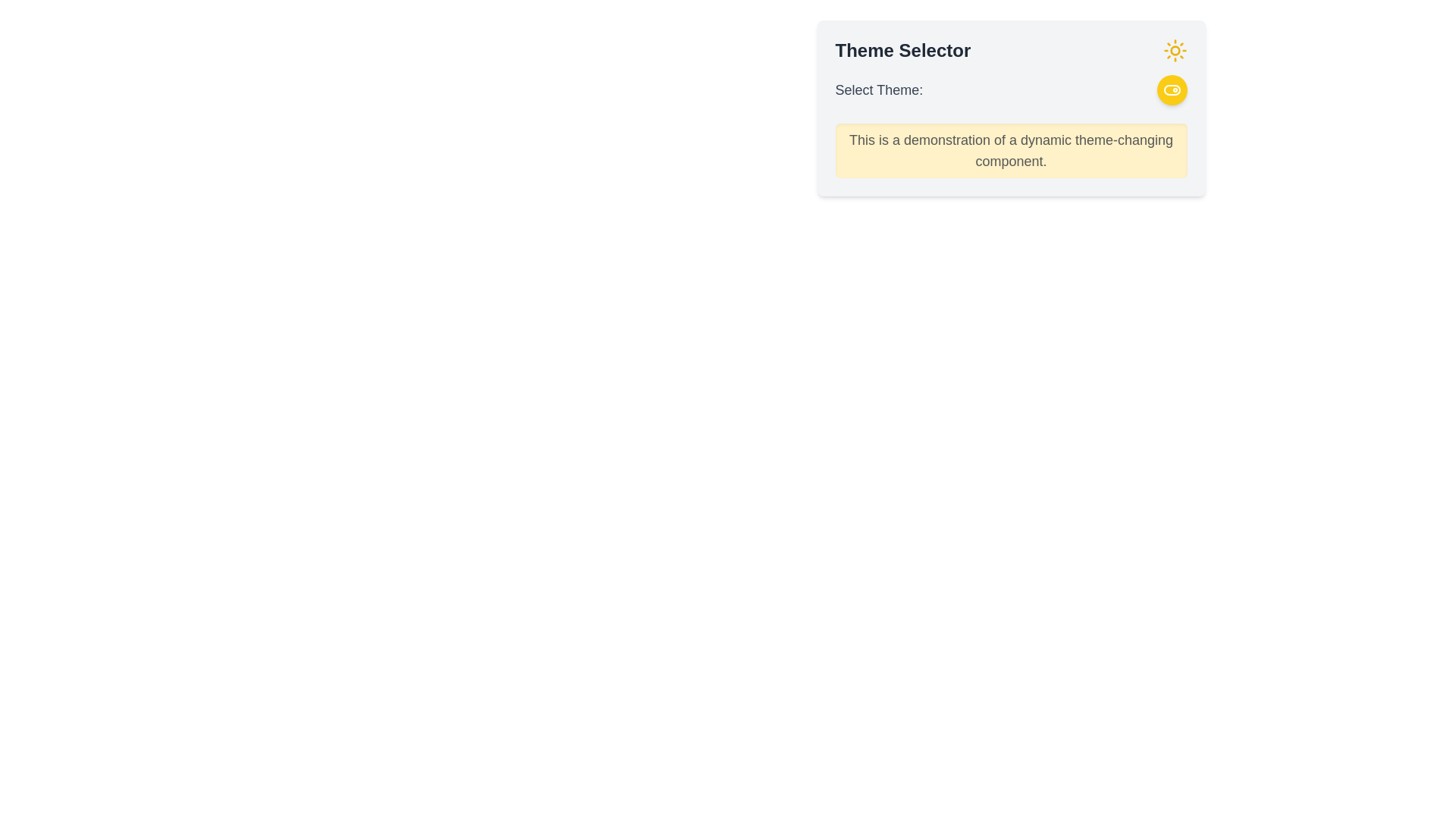  Describe the element at coordinates (1171, 90) in the screenshot. I see `the light orange elliptical background element of the toggle switch located in the top-right corner of the 'Theme Selector' card` at that location.